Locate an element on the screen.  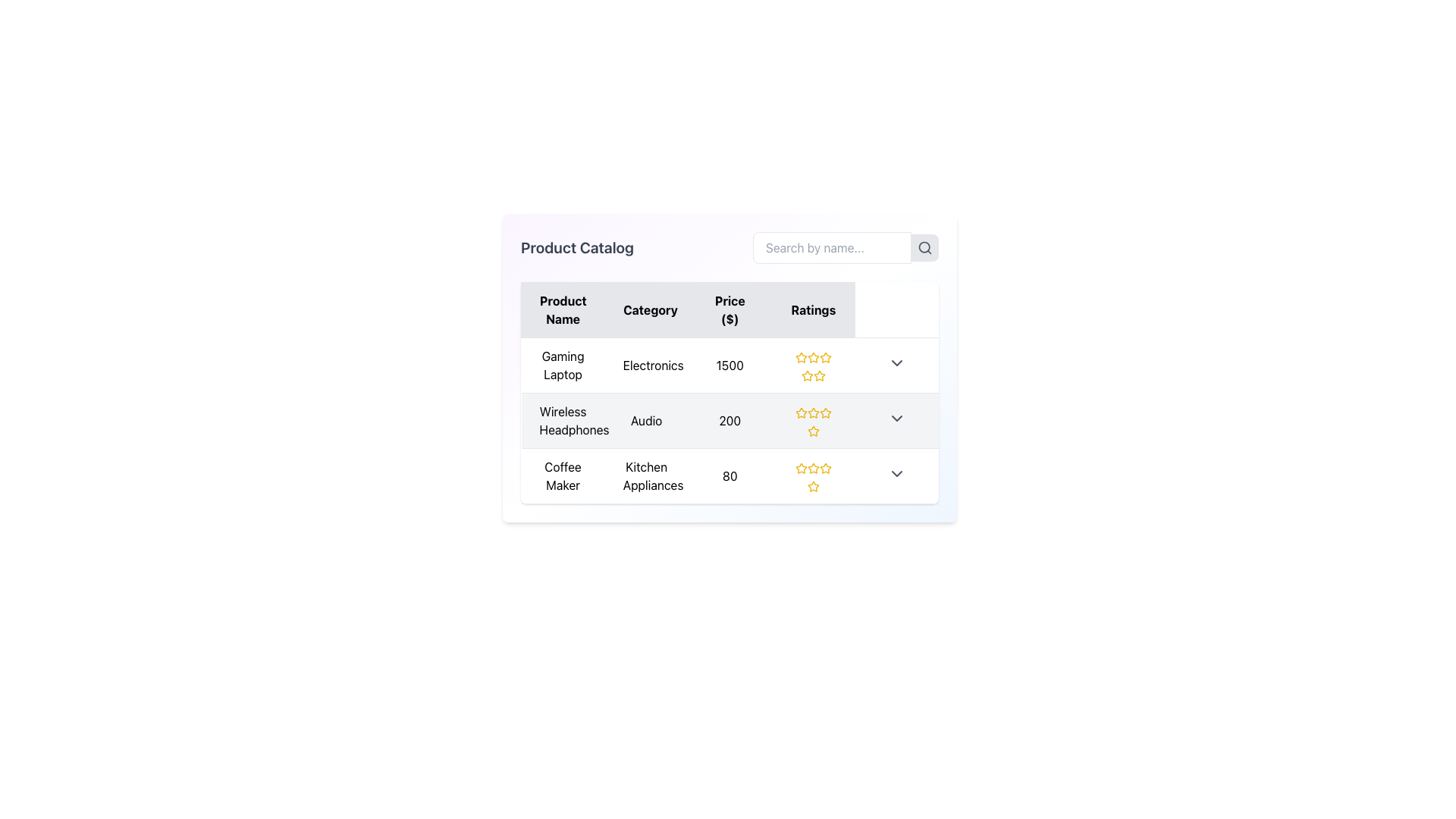
the search button located directly adjacent to the right side of the text input box in the header section is located at coordinates (924, 247).